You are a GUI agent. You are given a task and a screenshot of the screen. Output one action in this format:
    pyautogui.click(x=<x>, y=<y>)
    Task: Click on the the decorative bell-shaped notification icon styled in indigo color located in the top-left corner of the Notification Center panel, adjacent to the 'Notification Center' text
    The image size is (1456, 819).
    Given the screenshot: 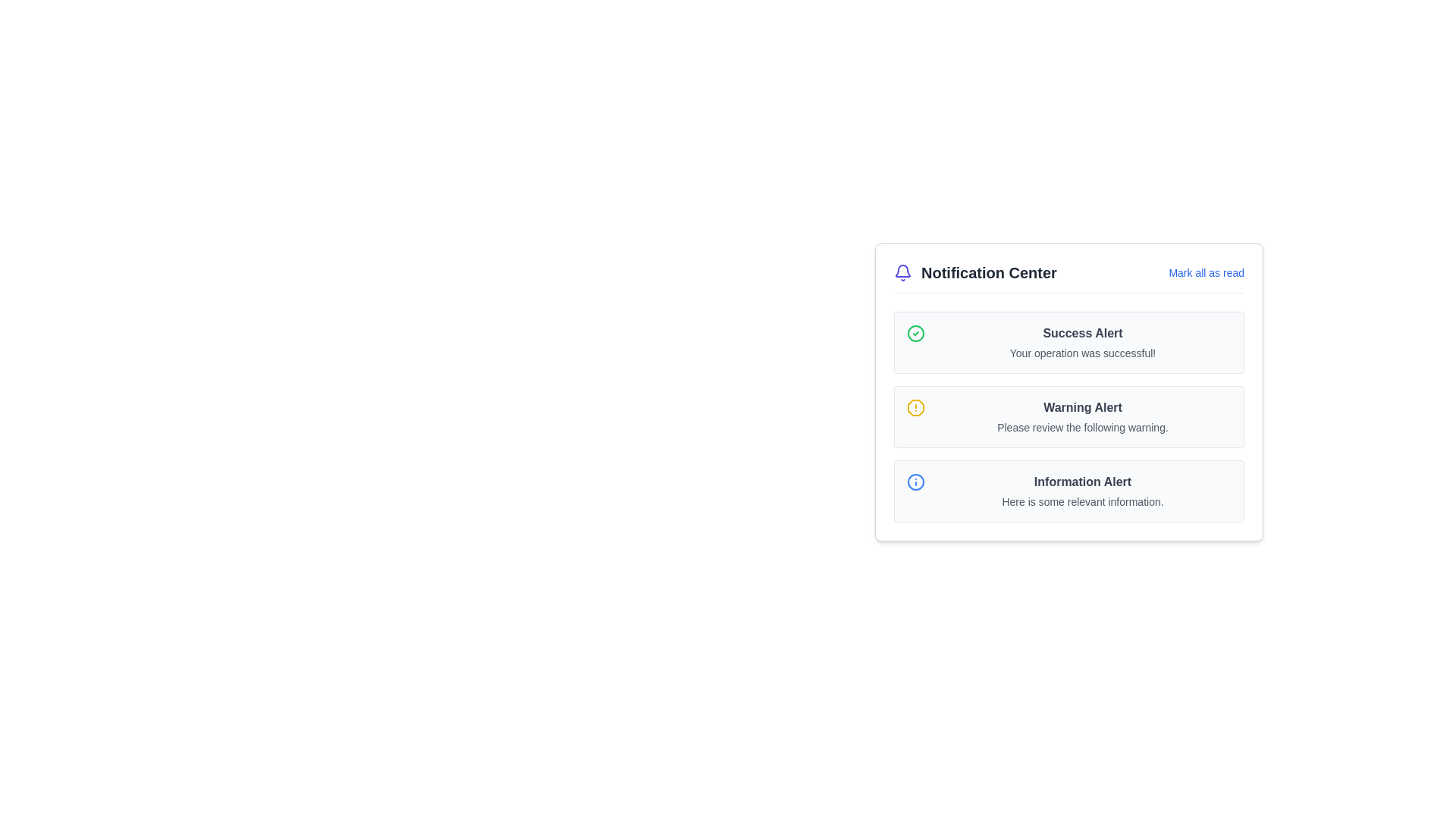 What is the action you would take?
    pyautogui.click(x=902, y=270)
    